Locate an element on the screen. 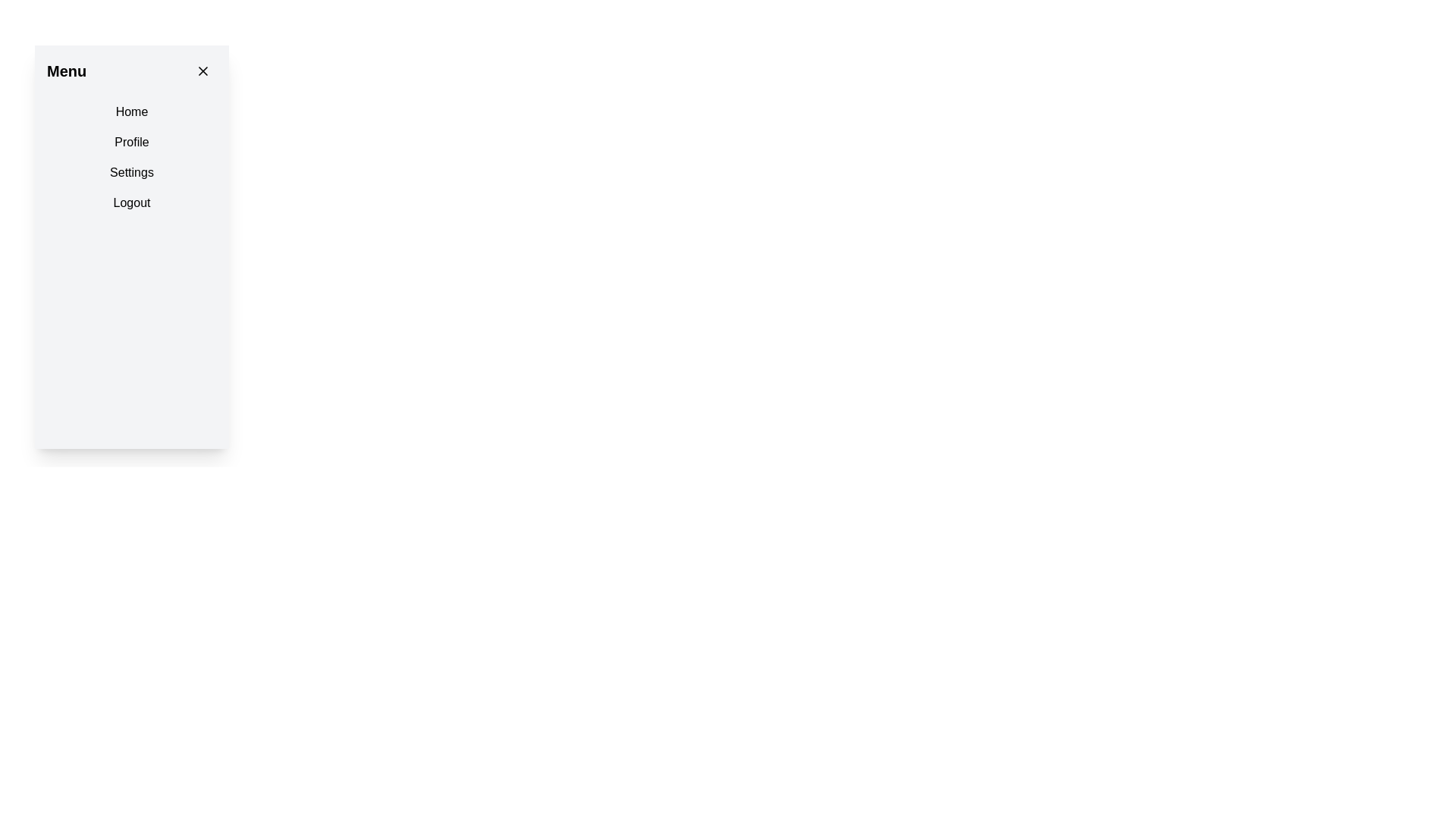 The width and height of the screenshot is (1456, 819). the Close Button located in the top-right corner of the menu panel is located at coordinates (202, 71).